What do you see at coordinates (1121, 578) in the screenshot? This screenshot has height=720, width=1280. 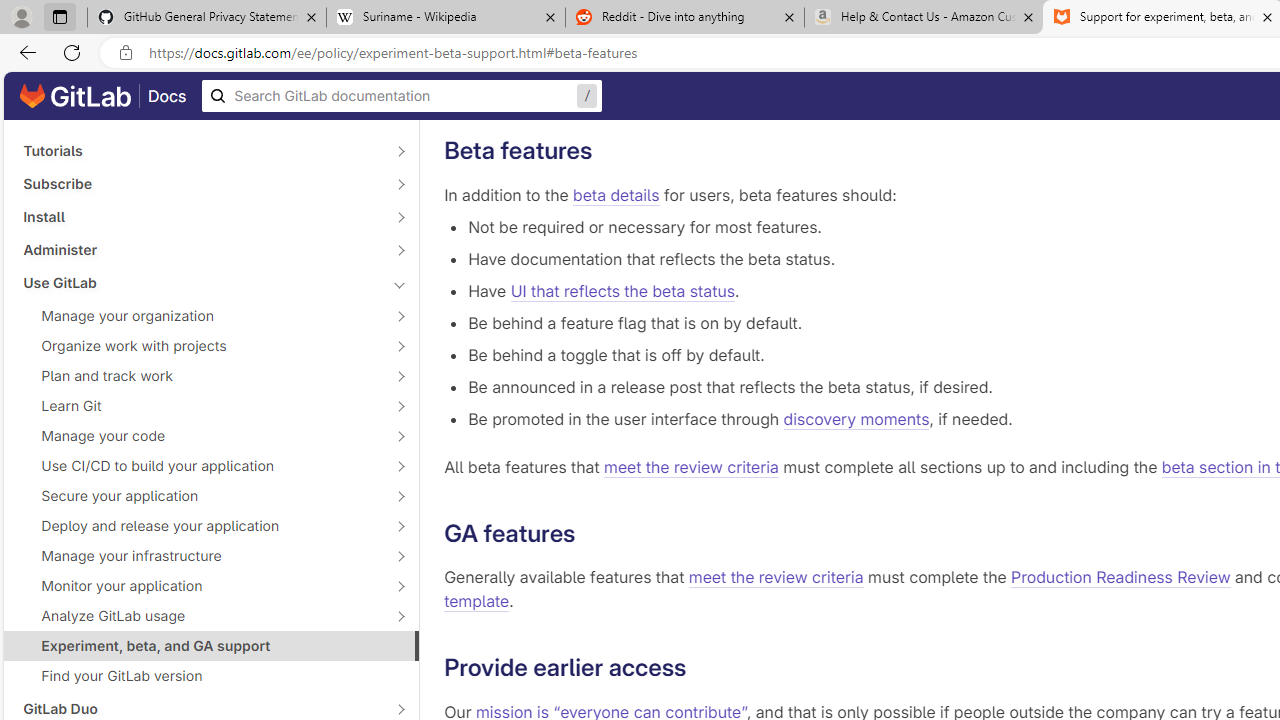 I see `'Production Readiness Review'` at bounding box center [1121, 578].